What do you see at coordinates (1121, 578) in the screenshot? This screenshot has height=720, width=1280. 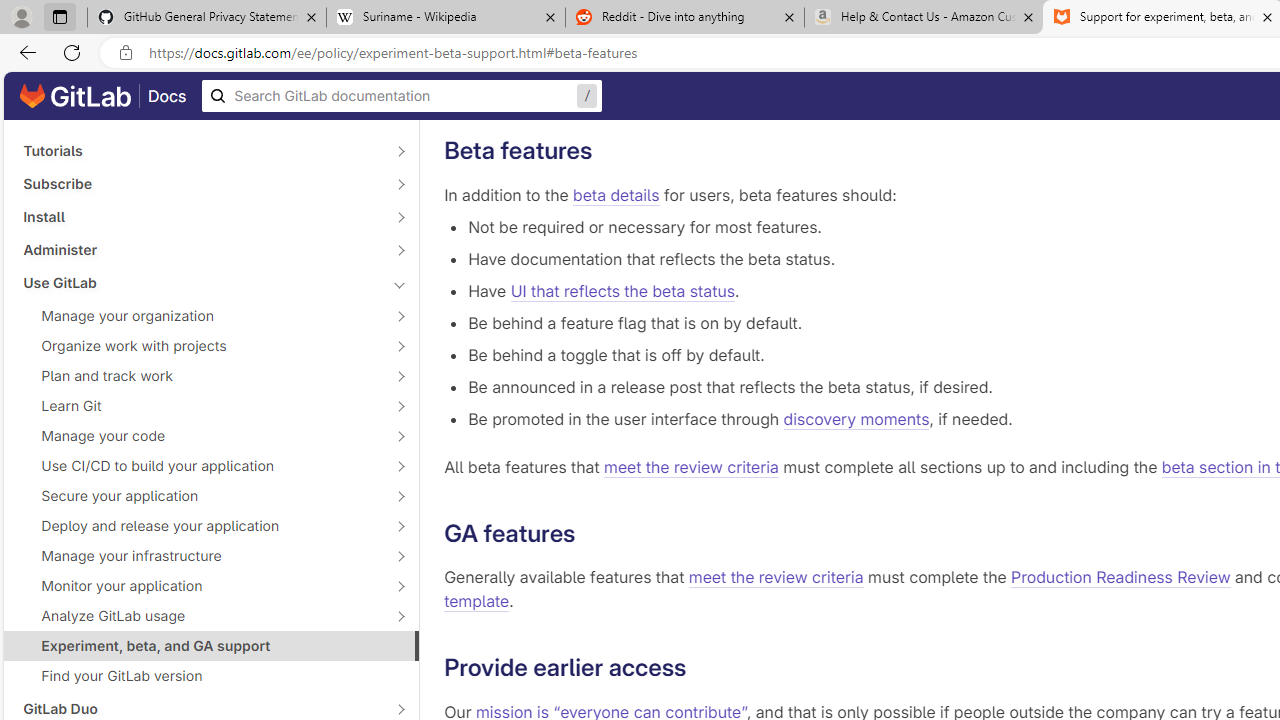 I see `'Production Readiness Review'` at bounding box center [1121, 578].